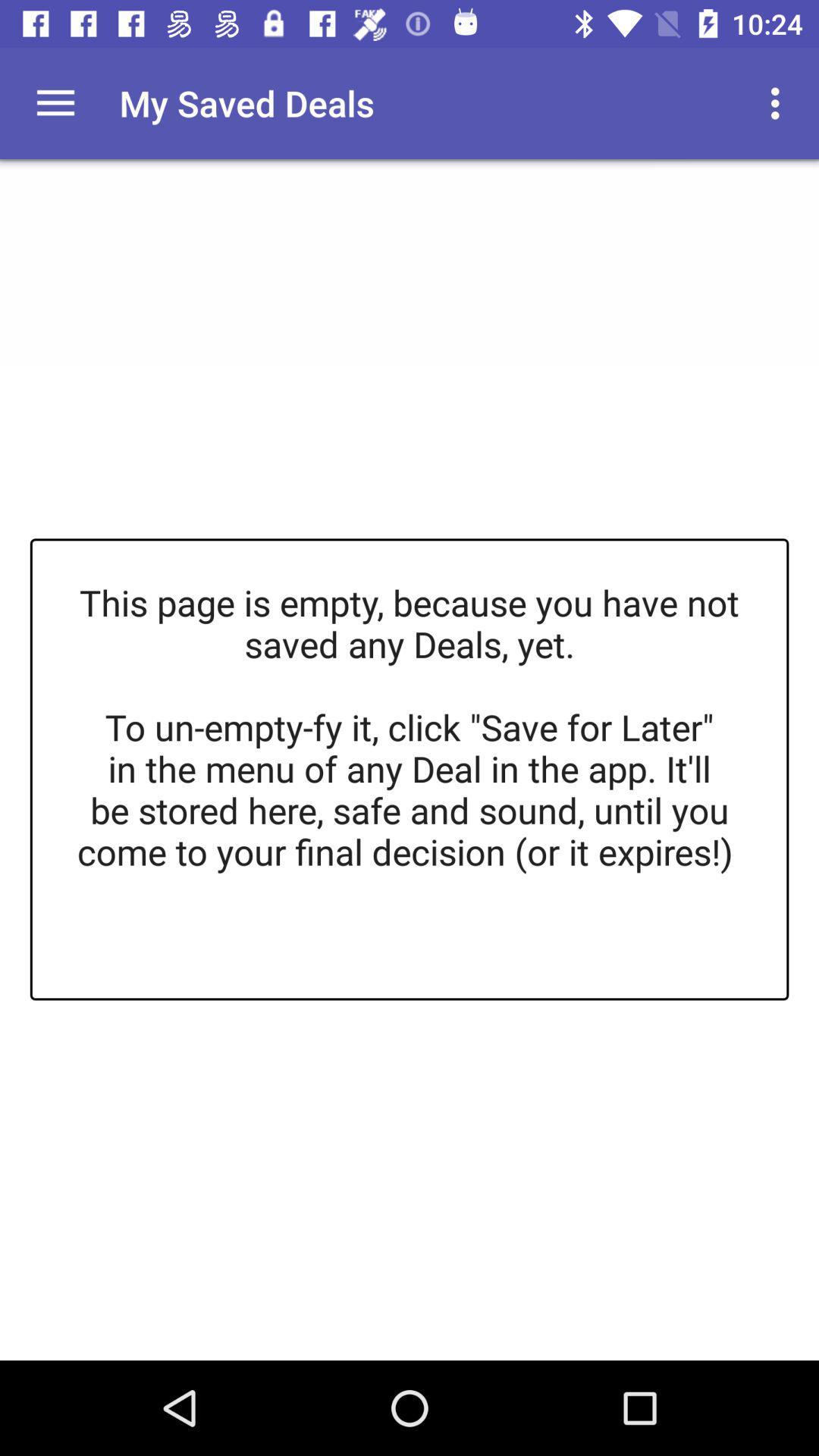 The height and width of the screenshot is (1456, 819). Describe the element at coordinates (779, 102) in the screenshot. I see `the item at the top right corner` at that location.